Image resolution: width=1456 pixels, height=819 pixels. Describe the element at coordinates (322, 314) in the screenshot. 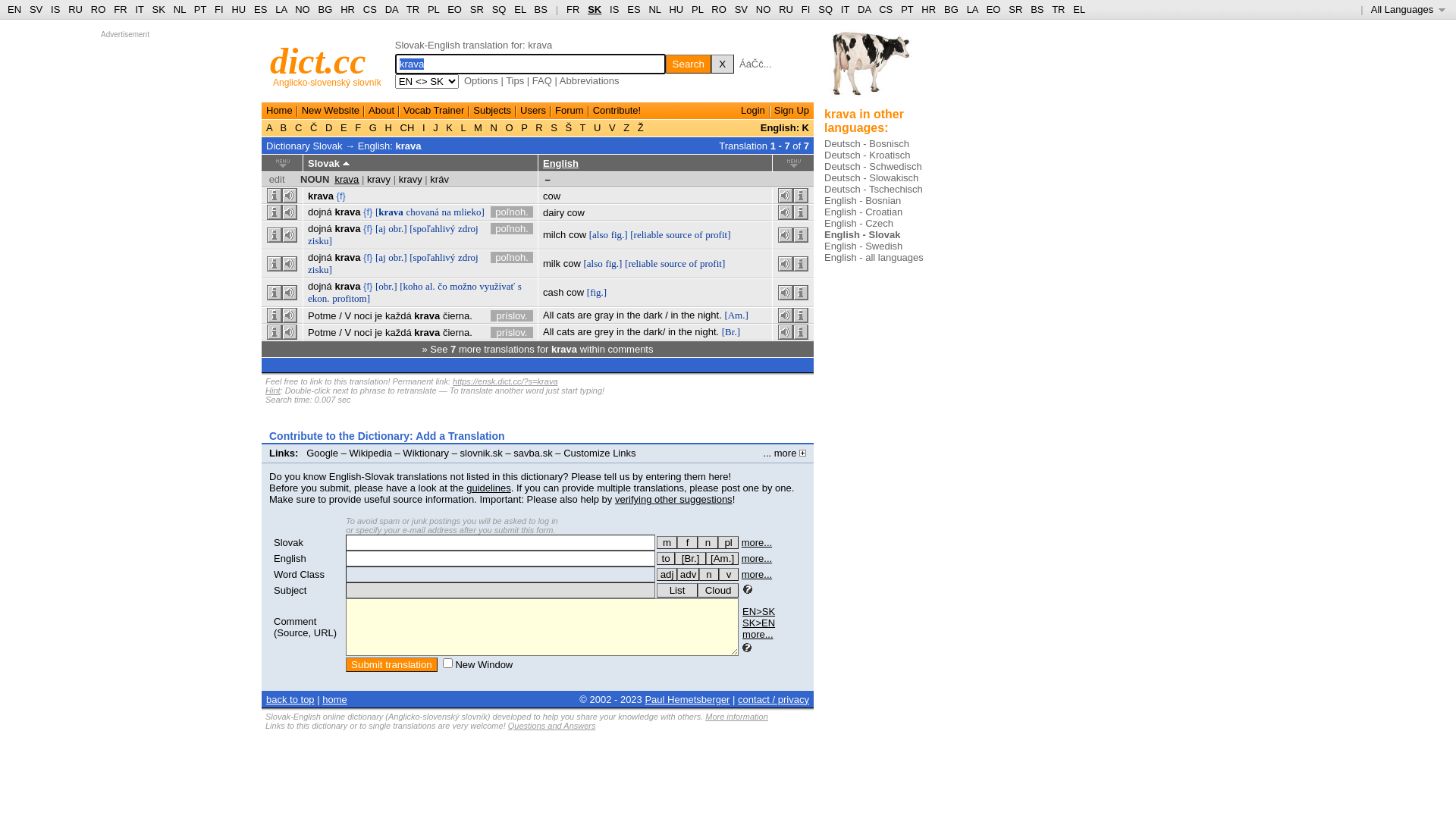

I see `'Potme'` at that location.